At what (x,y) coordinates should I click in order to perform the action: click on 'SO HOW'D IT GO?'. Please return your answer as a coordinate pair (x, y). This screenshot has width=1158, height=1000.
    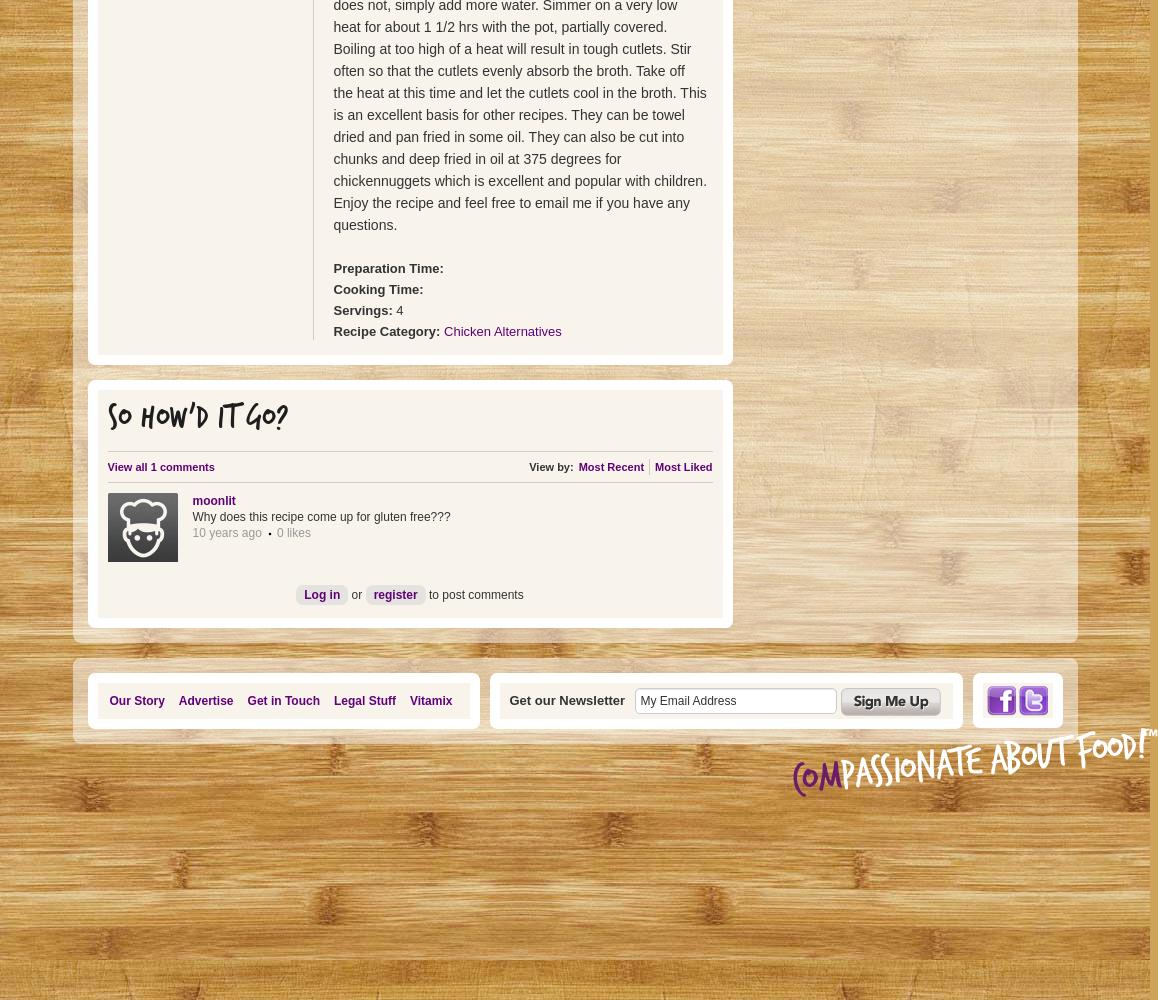
    Looking at the image, I should click on (198, 418).